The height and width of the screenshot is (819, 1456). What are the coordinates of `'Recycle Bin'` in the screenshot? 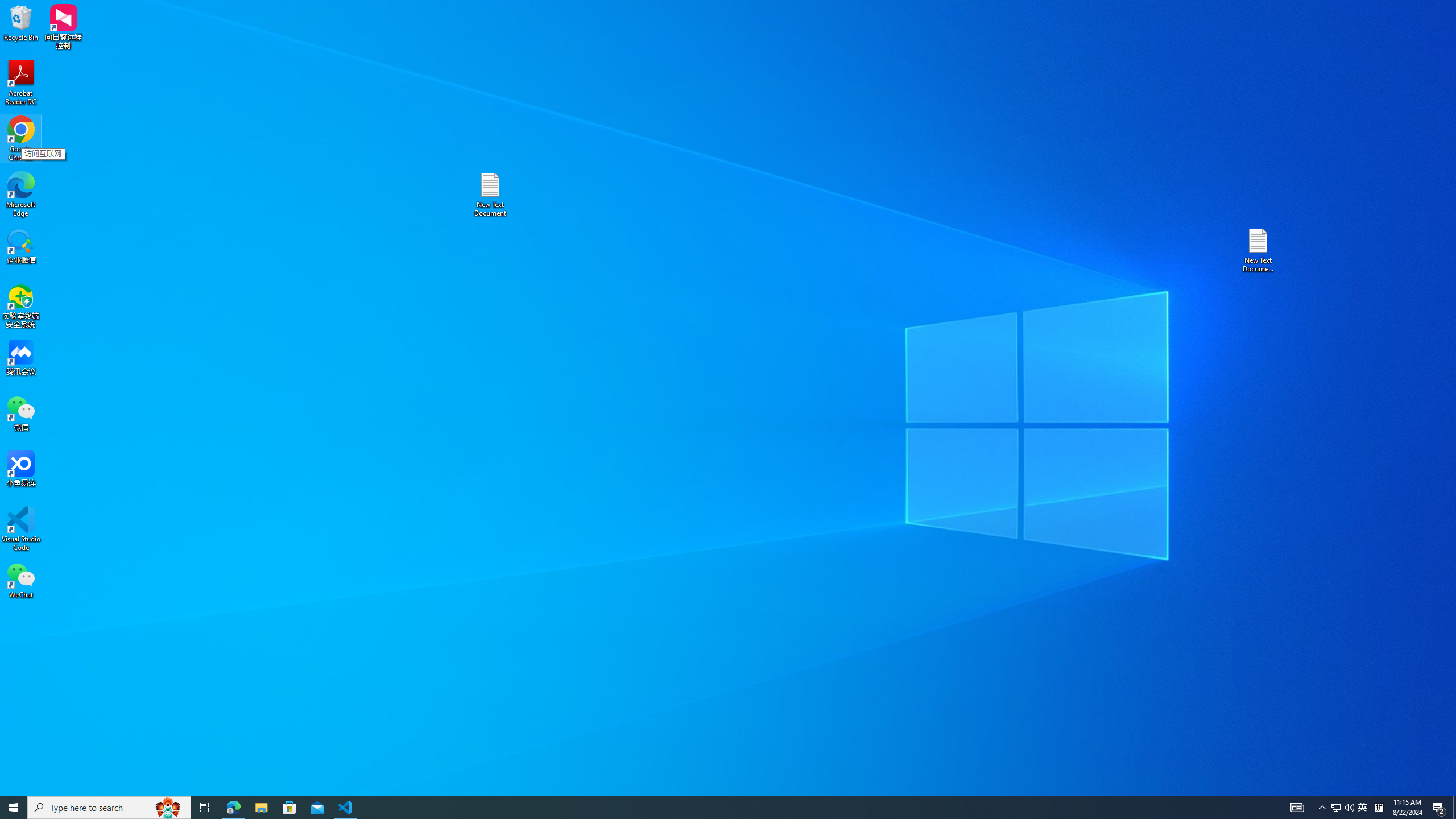 It's located at (20, 22).